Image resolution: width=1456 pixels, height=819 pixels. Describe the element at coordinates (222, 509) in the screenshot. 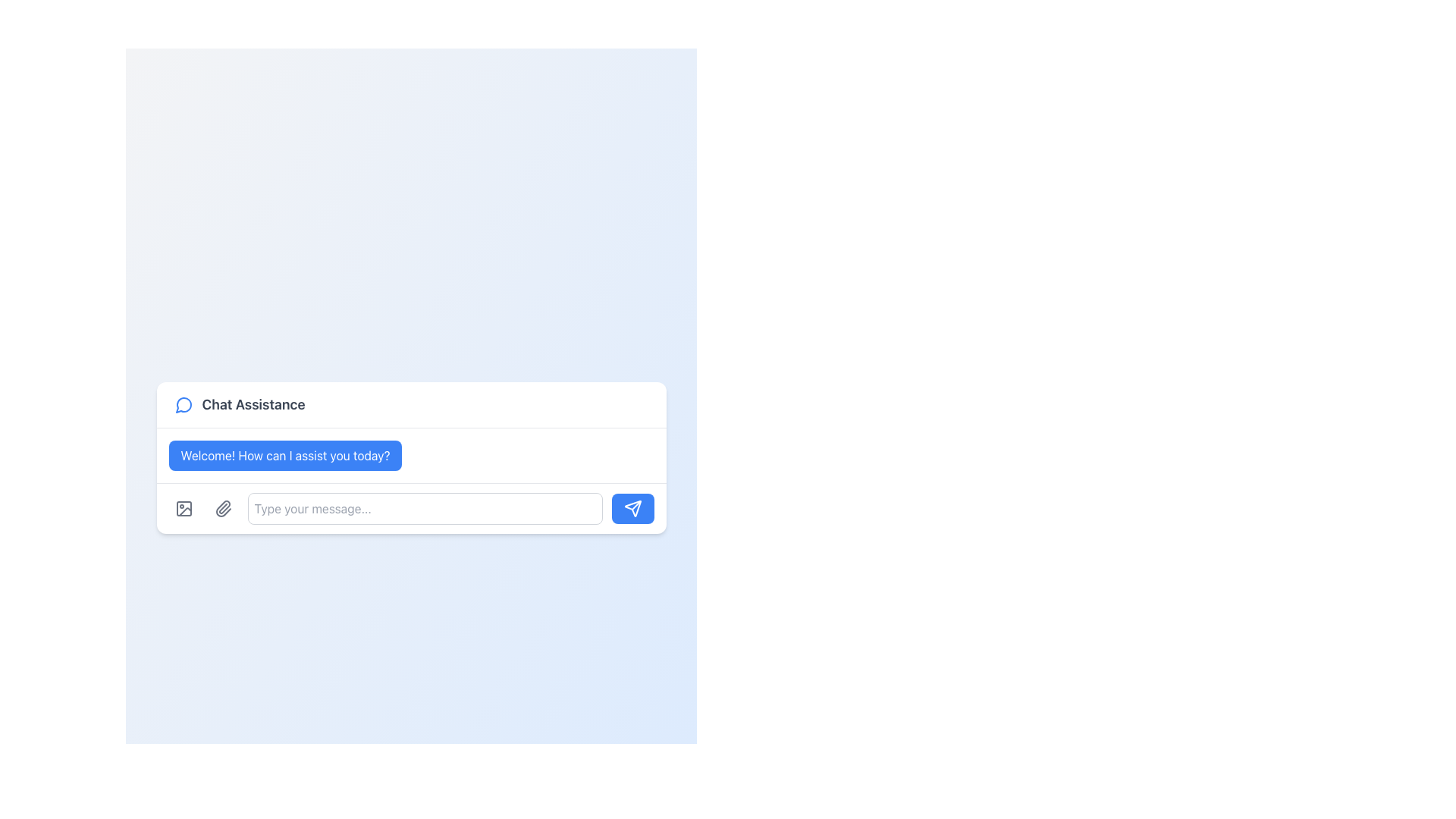

I see `the paperclip SVG icon located to the right of the image icon and above the text input field` at that location.